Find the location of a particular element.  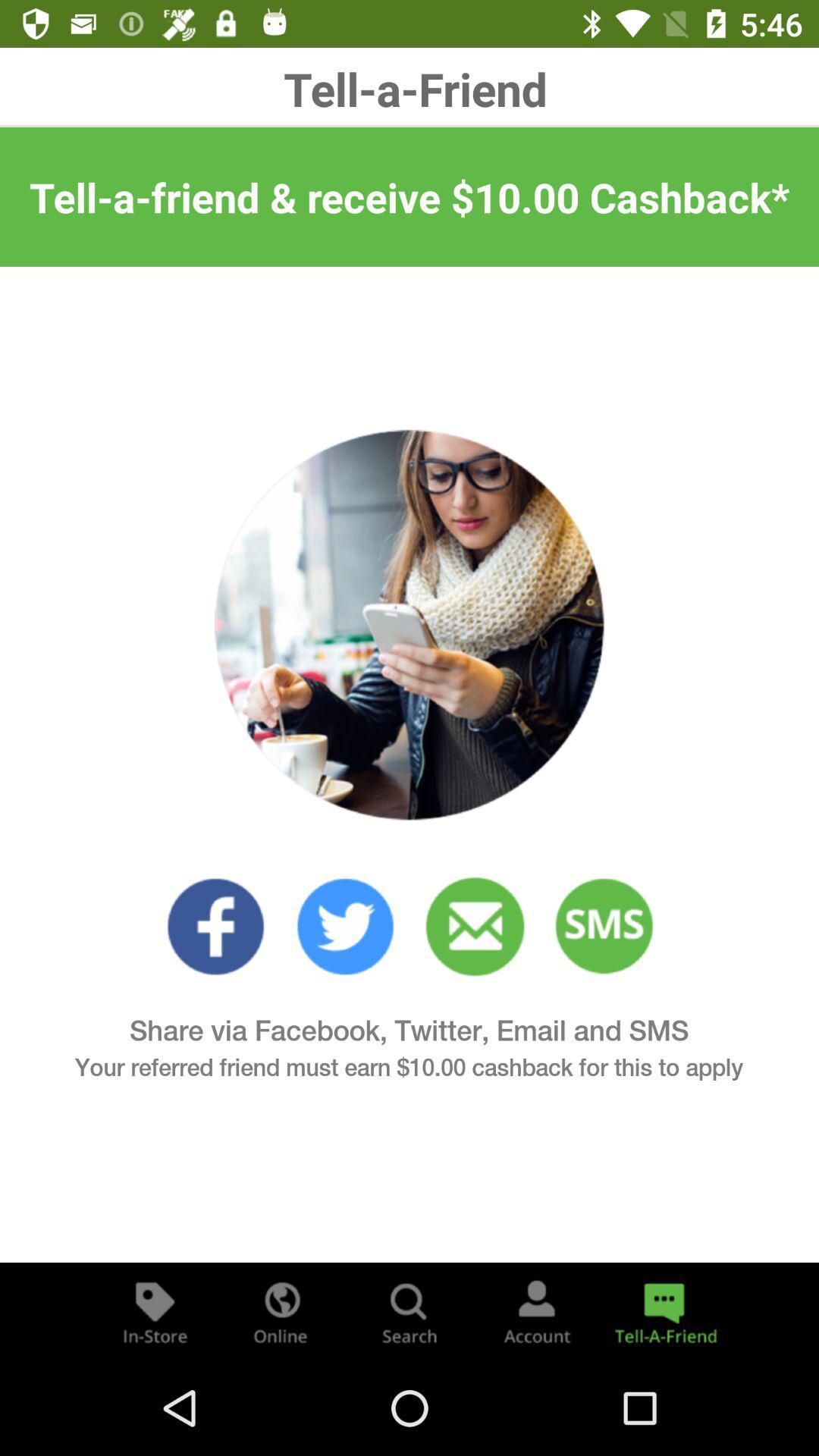

in-store button is located at coordinates (155, 1310).